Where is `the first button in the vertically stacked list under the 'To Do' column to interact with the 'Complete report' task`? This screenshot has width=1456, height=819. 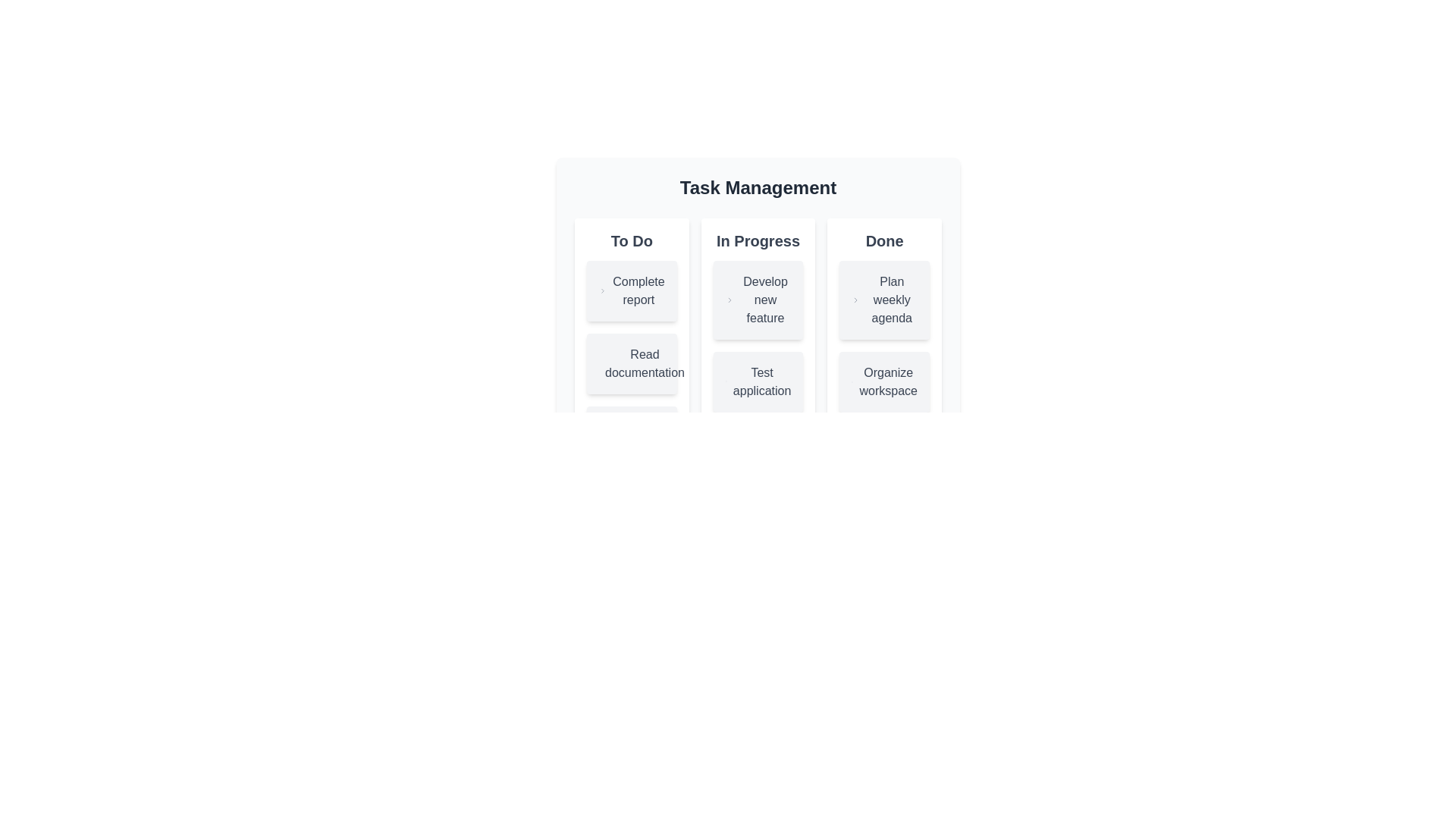
the first button in the vertically stacked list under the 'To Do' column to interact with the 'Complete report' task is located at coordinates (632, 291).